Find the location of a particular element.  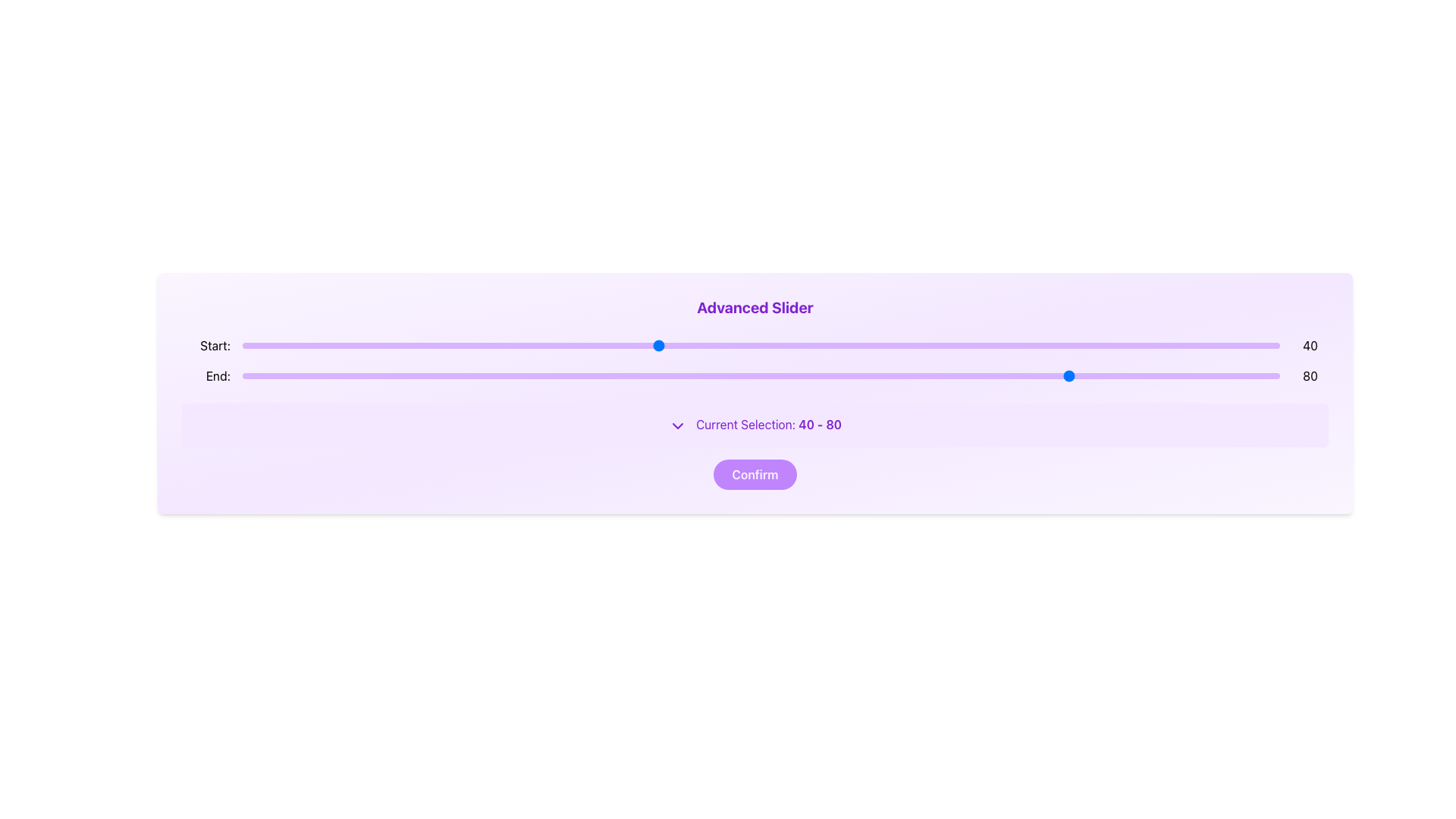

the slider value is located at coordinates (553, 375).